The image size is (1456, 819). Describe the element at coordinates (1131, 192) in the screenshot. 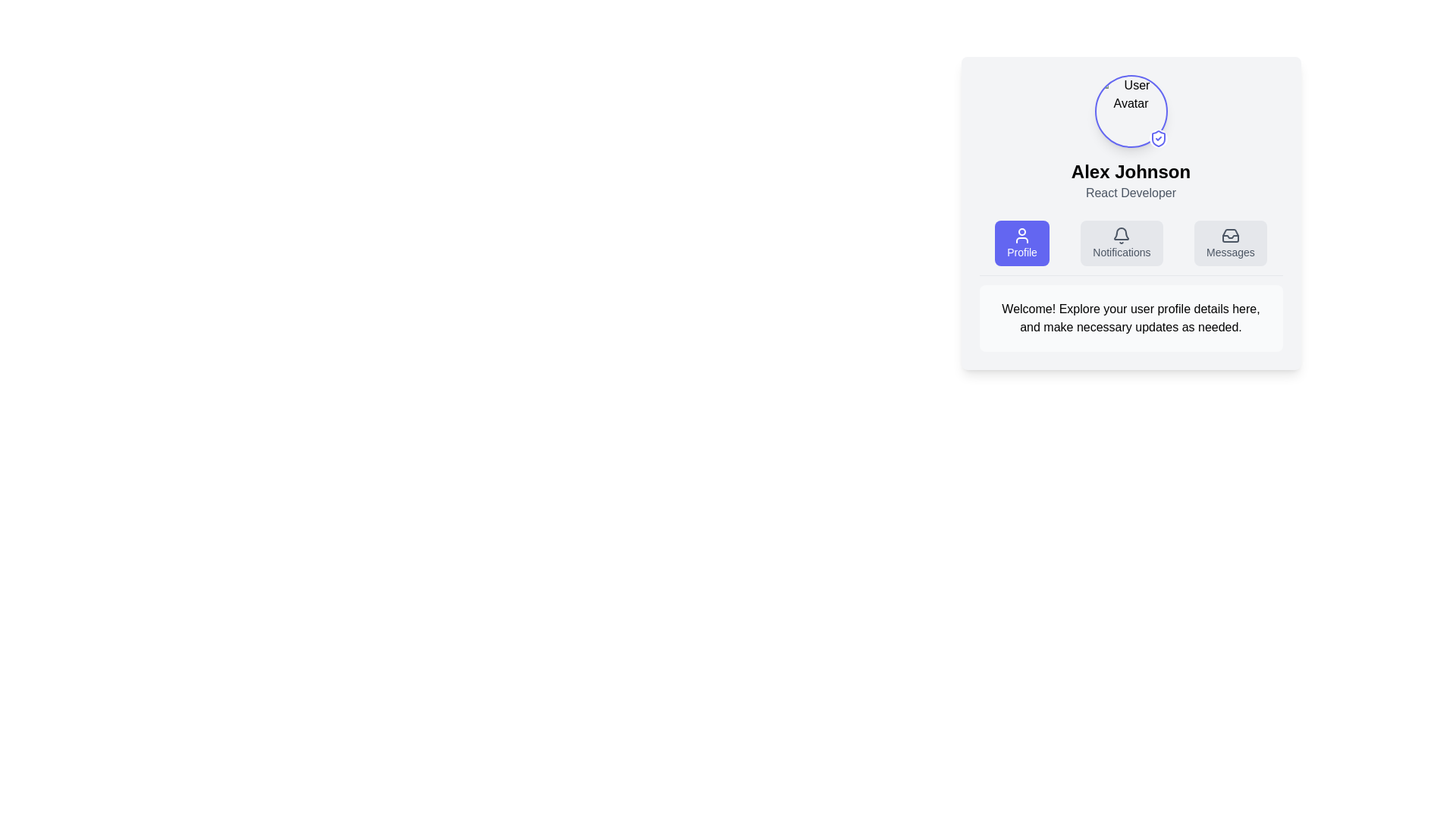

I see `the text label that identifies the user as a 'React Developer', located directly below the heading 'Alex Johnson' in the user profile card` at that location.